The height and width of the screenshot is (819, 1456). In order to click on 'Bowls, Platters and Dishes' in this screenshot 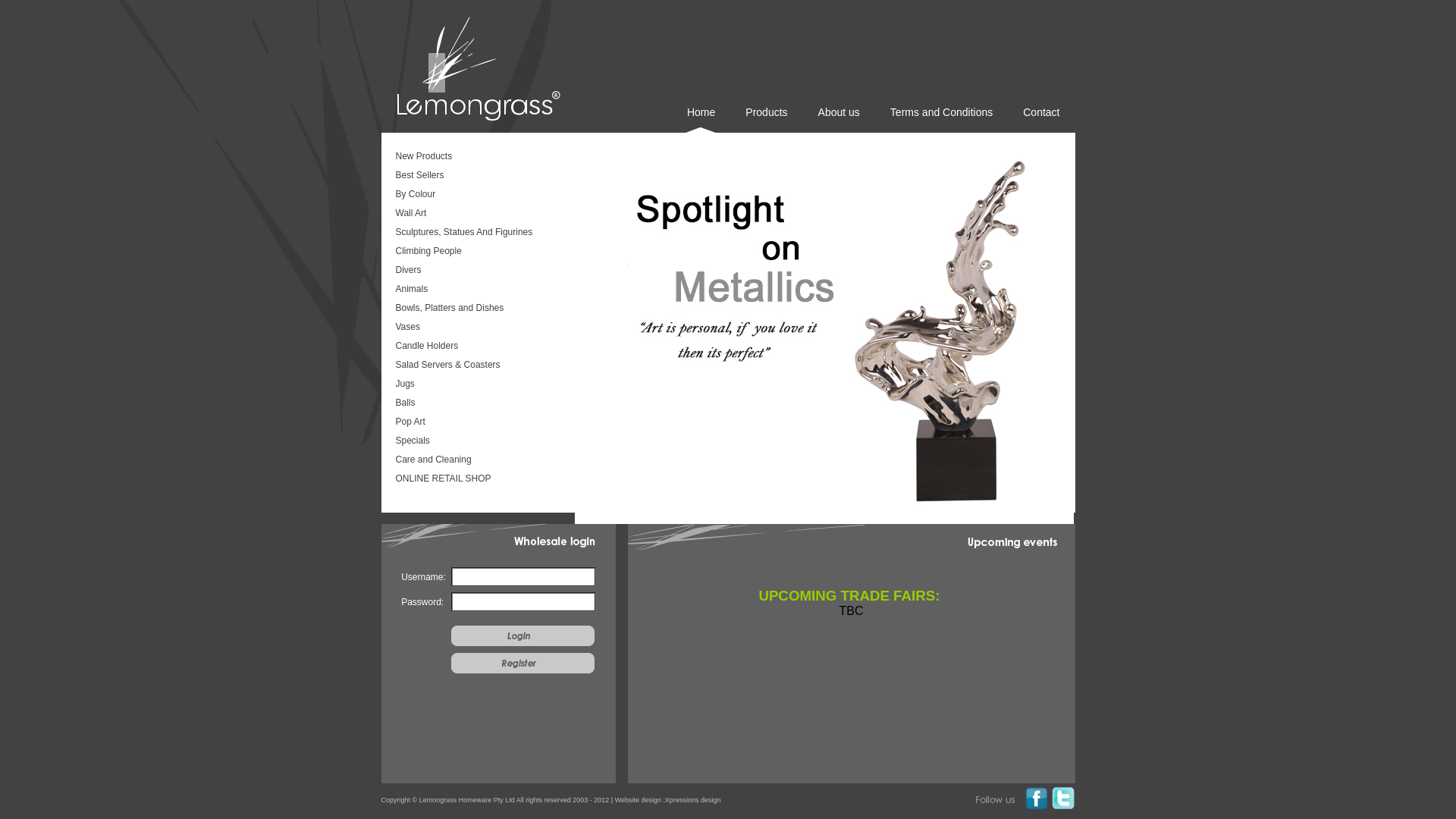, I will do `click(475, 309)`.